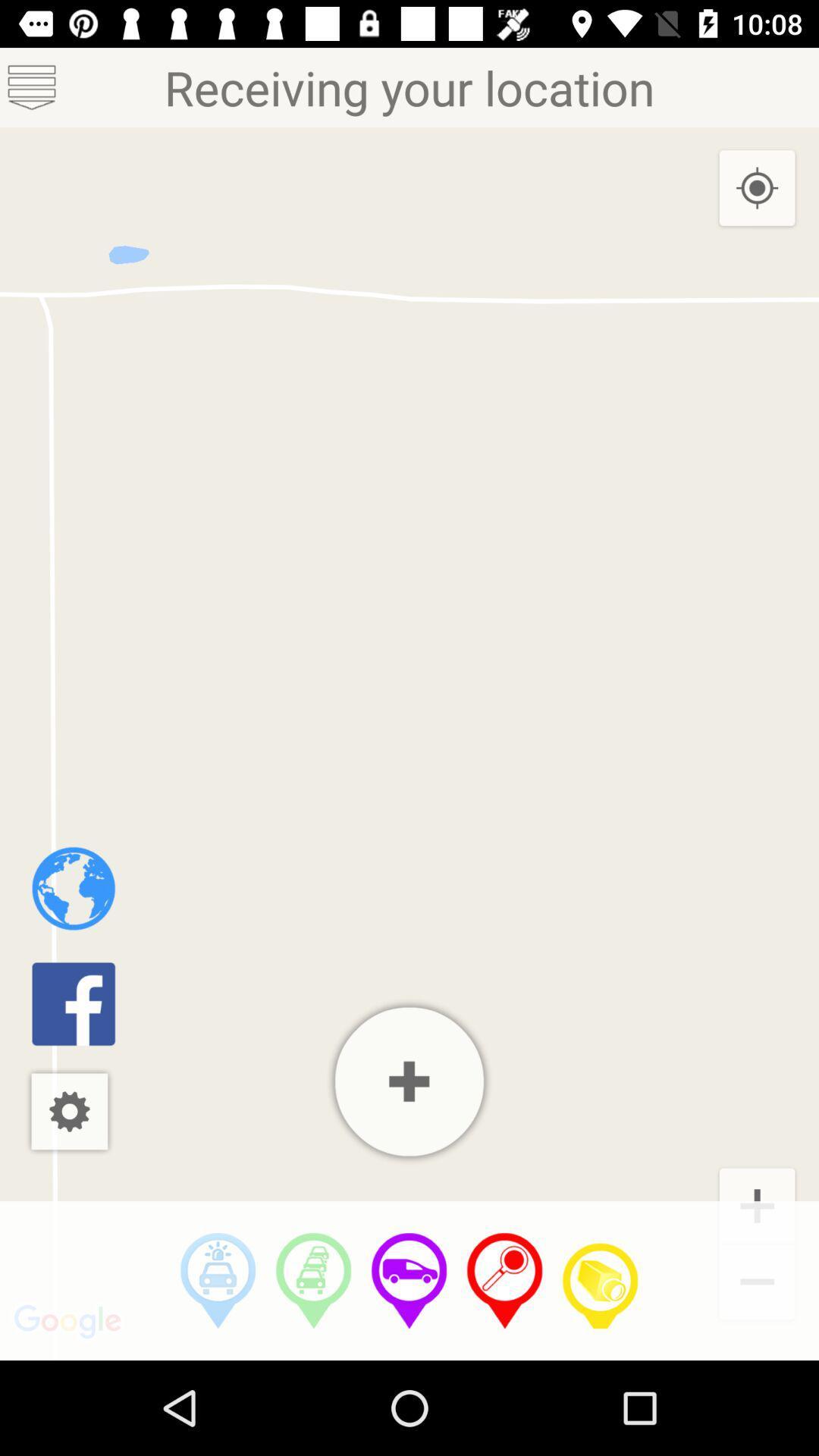 The image size is (819, 1456). Describe the element at coordinates (599, 1280) in the screenshot. I see `take picture` at that location.